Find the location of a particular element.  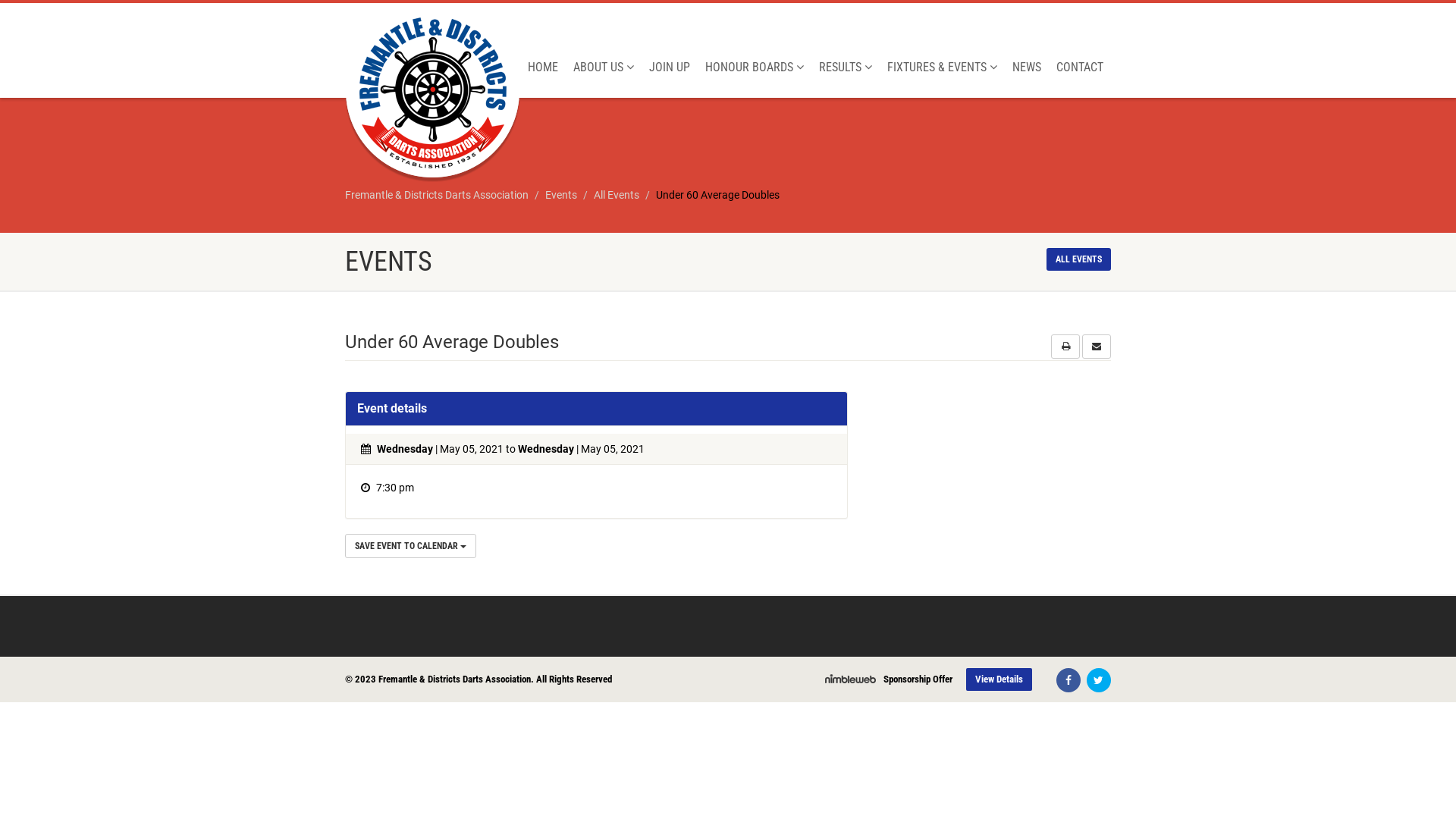

'ABOUT US' is located at coordinates (603, 66).